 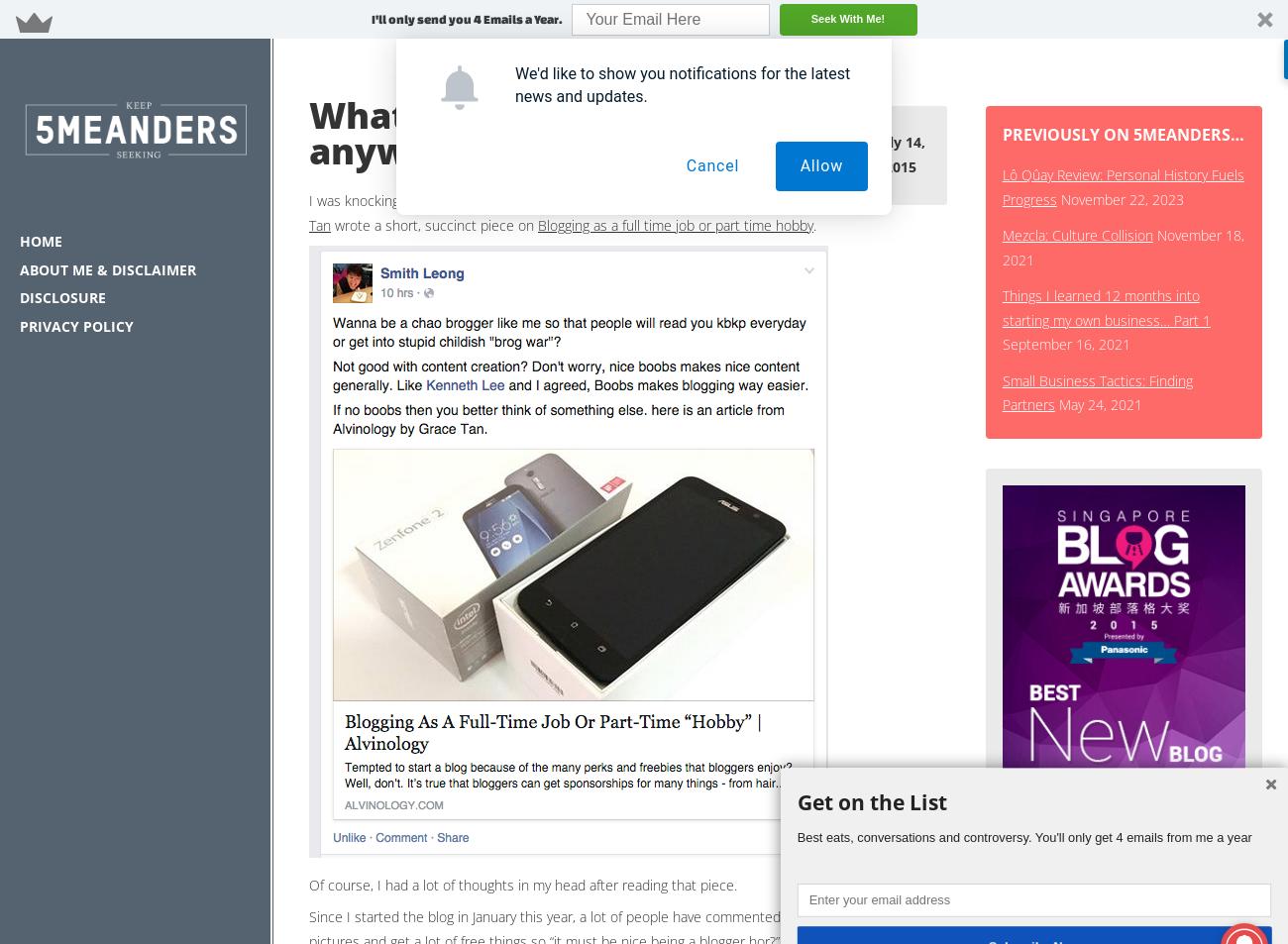 What do you see at coordinates (309, 884) in the screenshot?
I see `'Of course, I had a lot of thoughts in my head after reading that piece.'` at bounding box center [309, 884].